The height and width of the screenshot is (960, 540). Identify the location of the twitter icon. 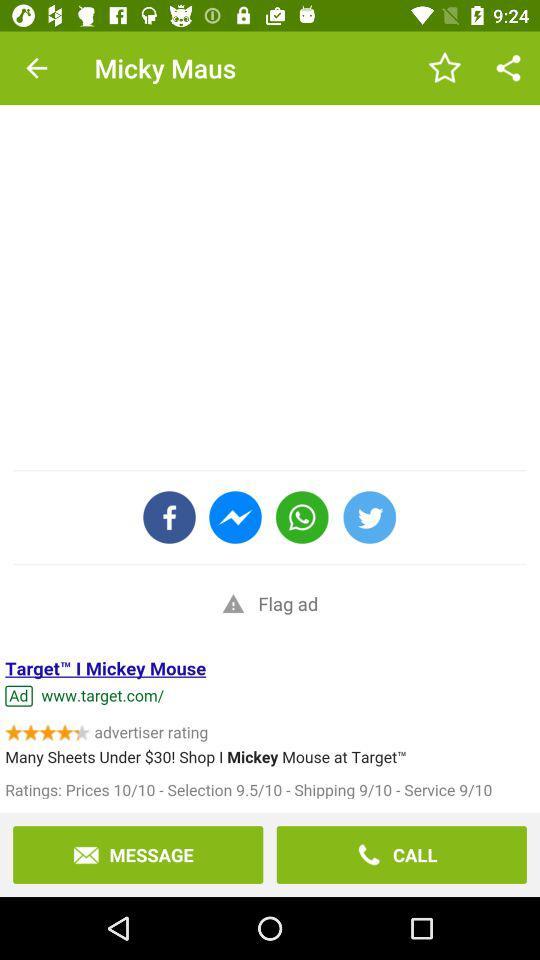
(368, 516).